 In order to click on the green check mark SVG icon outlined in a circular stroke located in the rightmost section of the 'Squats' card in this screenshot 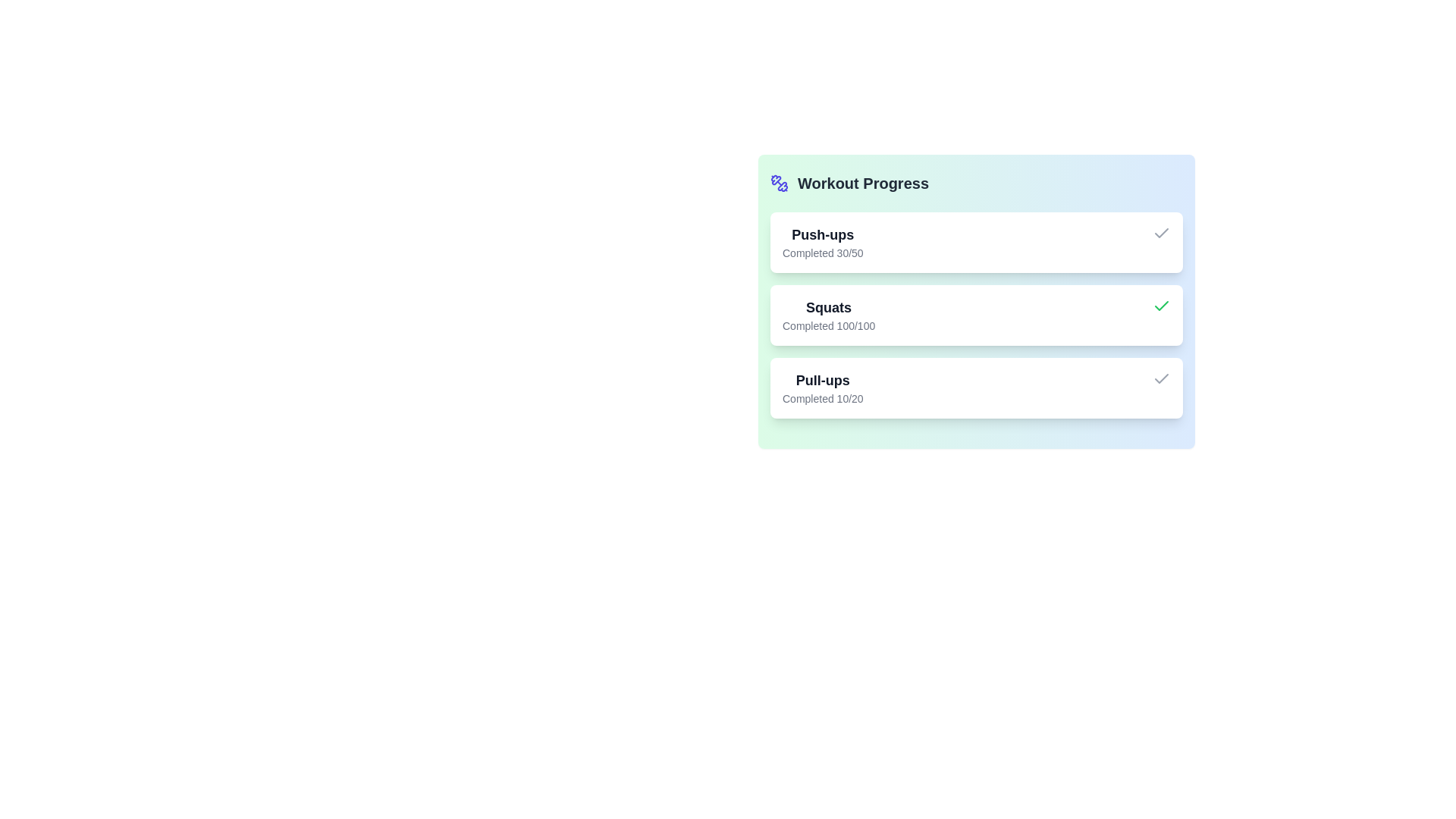, I will do `click(1160, 306)`.